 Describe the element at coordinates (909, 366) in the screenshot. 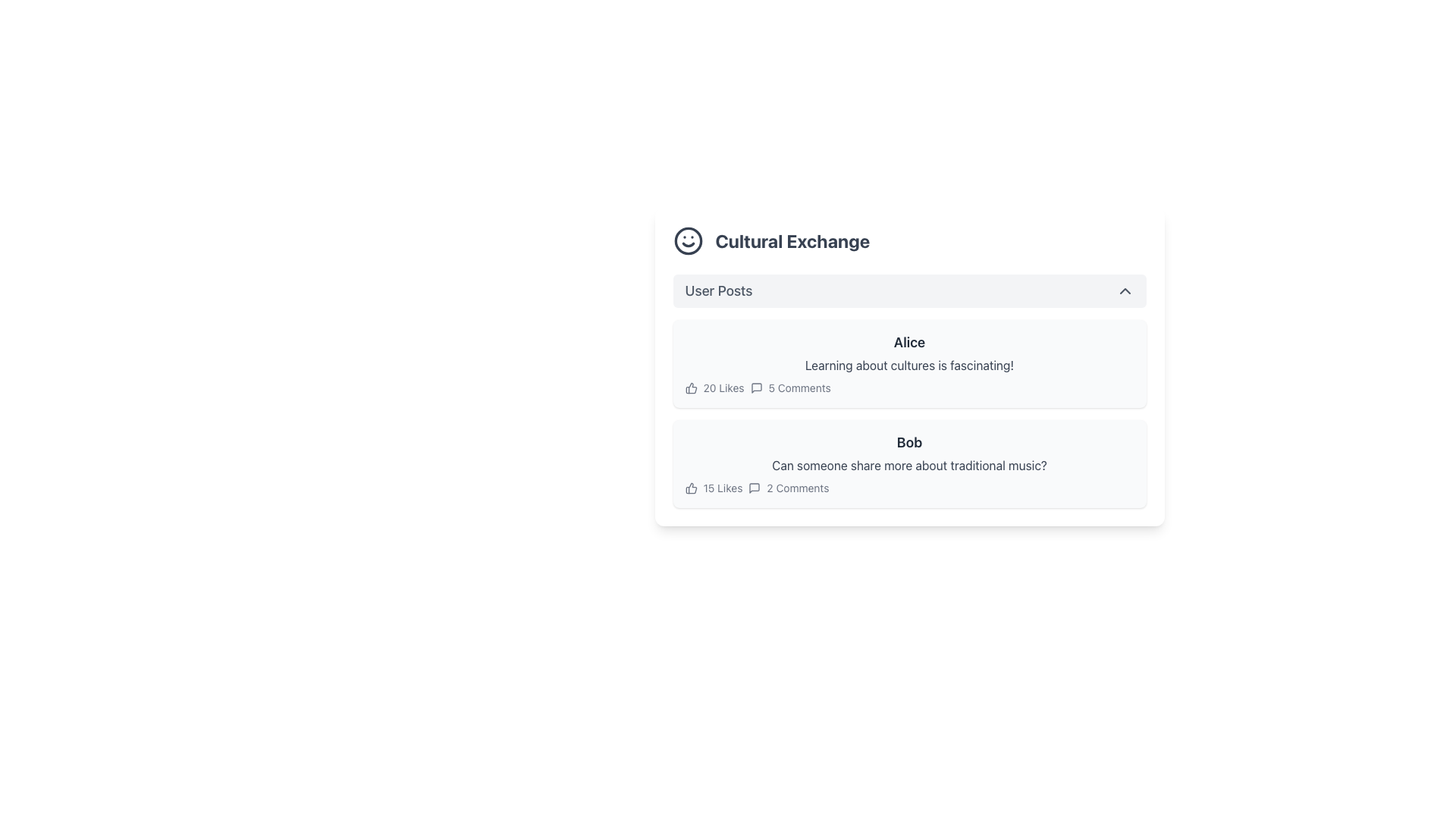

I see `the text block displaying 'Learning about cultures is fascinating!', which is styled in gray and positioned below the user's name 'Alice'` at that location.